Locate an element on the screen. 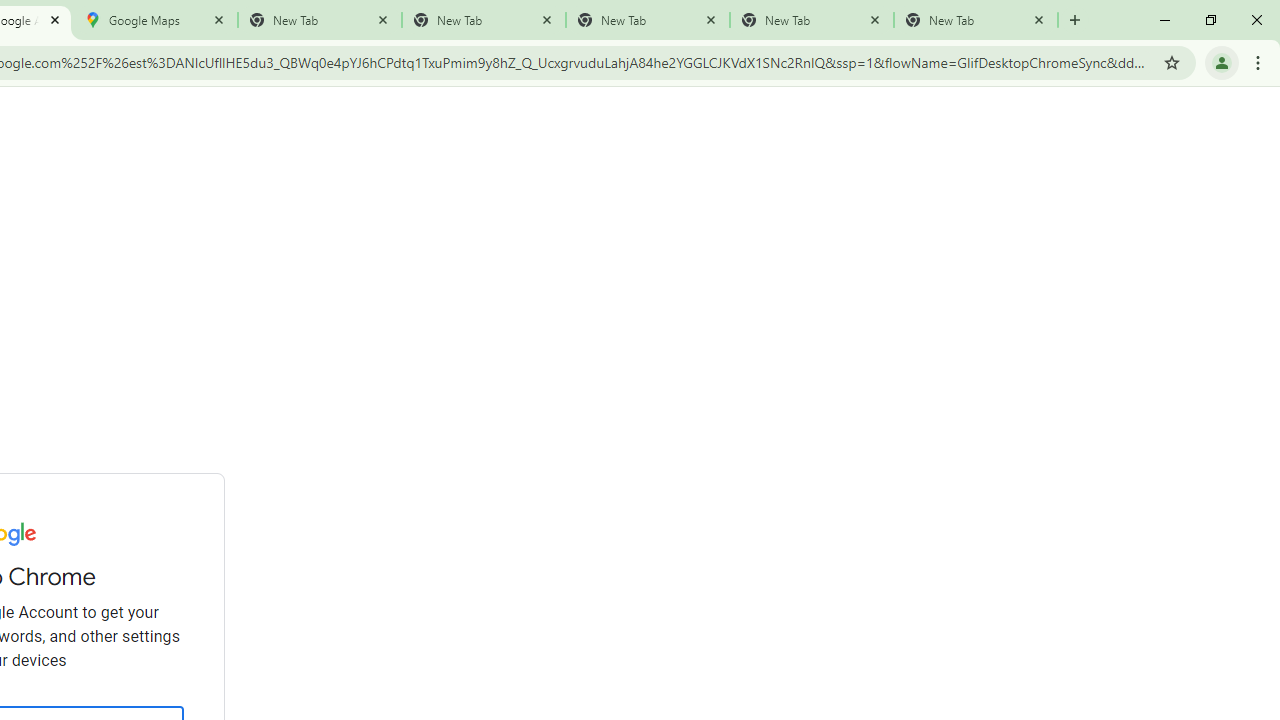 The image size is (1280, 720). 'Google Maps' is located at coordinates (155, 20).